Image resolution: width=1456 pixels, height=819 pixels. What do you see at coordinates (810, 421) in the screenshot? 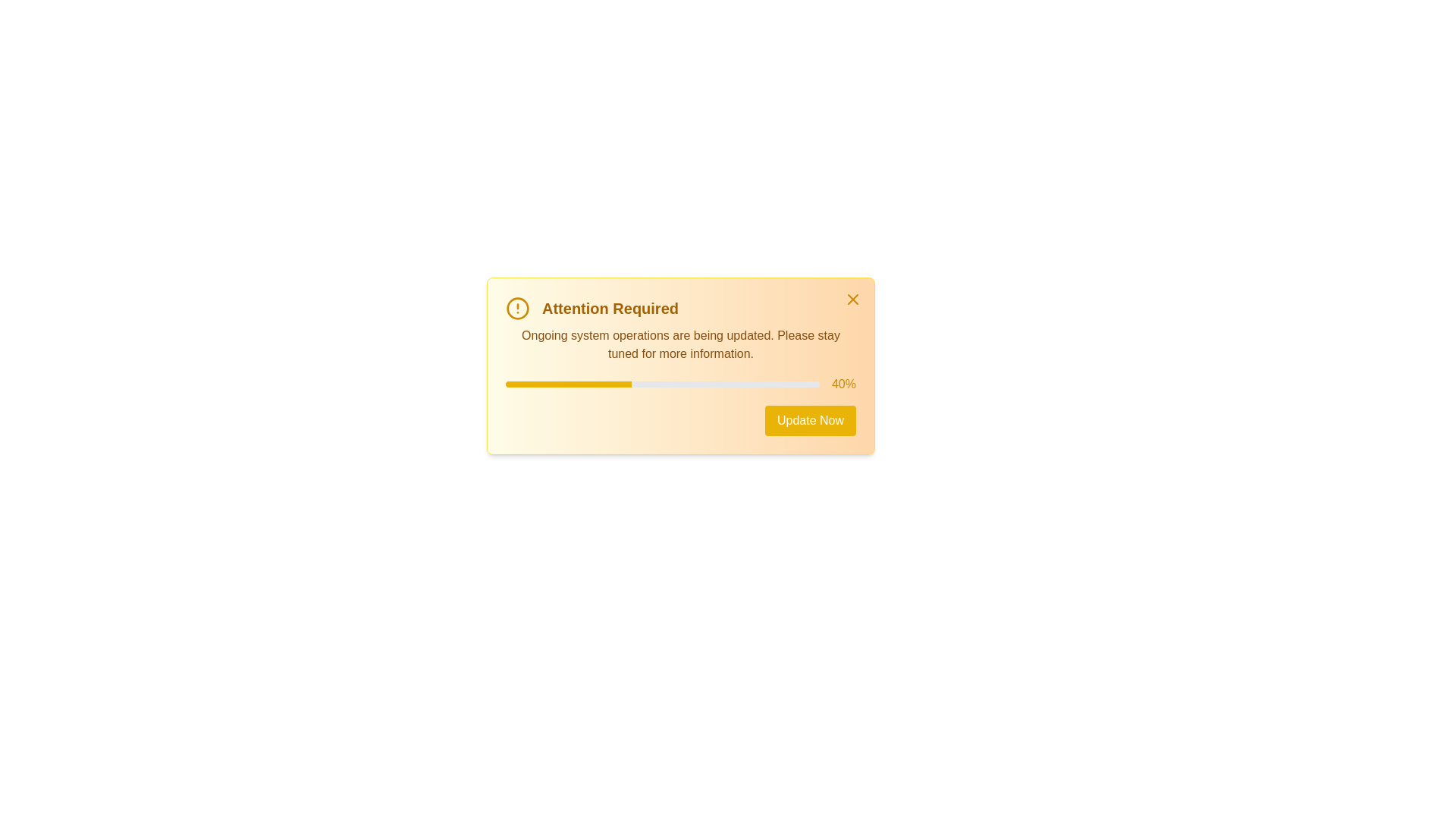
I see `'Update Now' button to initiate an action` at bounding box center [810, 421].